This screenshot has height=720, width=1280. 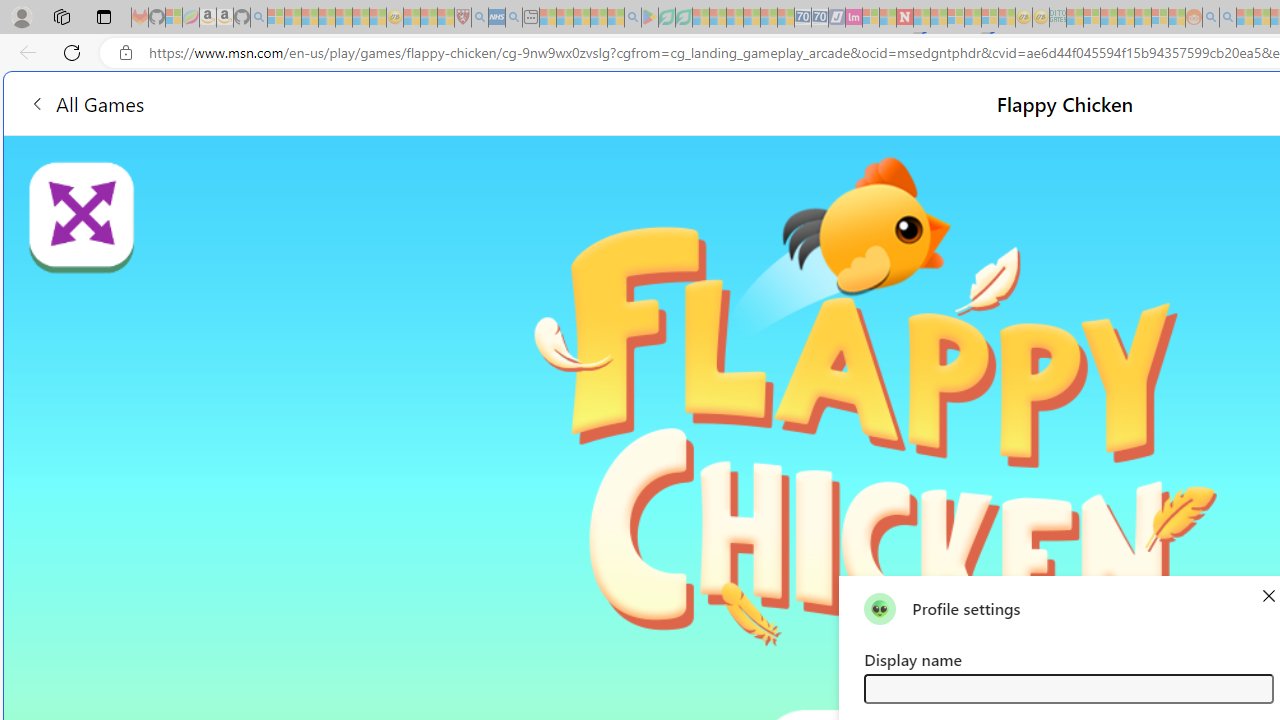 I want to click on 'The Weather Channel - MSN - Sleeping', so click(x=308, y=17).